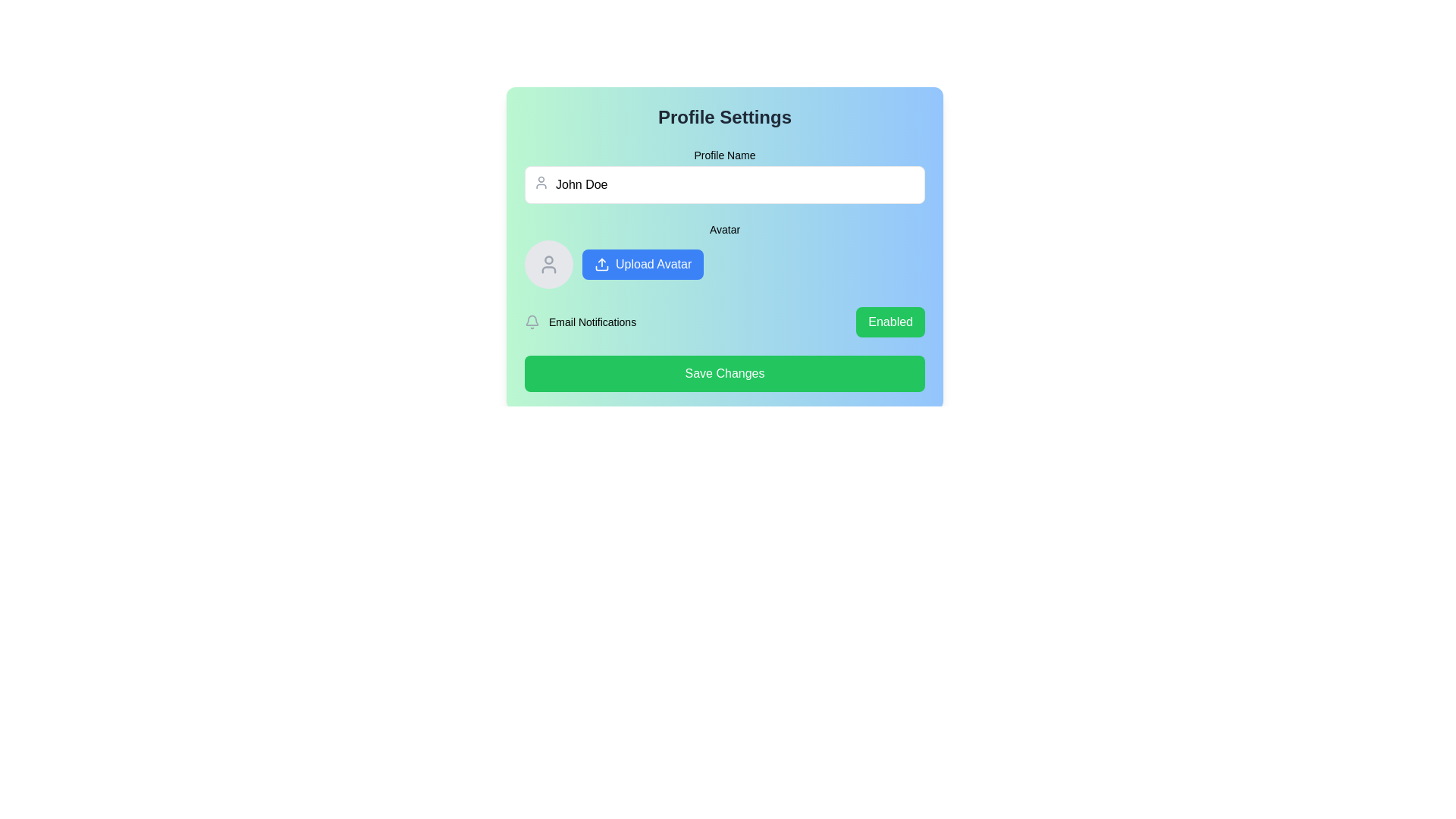  What do you see at coordinates (723, 374) in the screenshot?
I see `the 'Save Changes' button, which is a rectangular button with white text on a green background located at the bottom of the 'Profile Settings' section beneath 'Email Notifications'` at bounding box center [723, 374].